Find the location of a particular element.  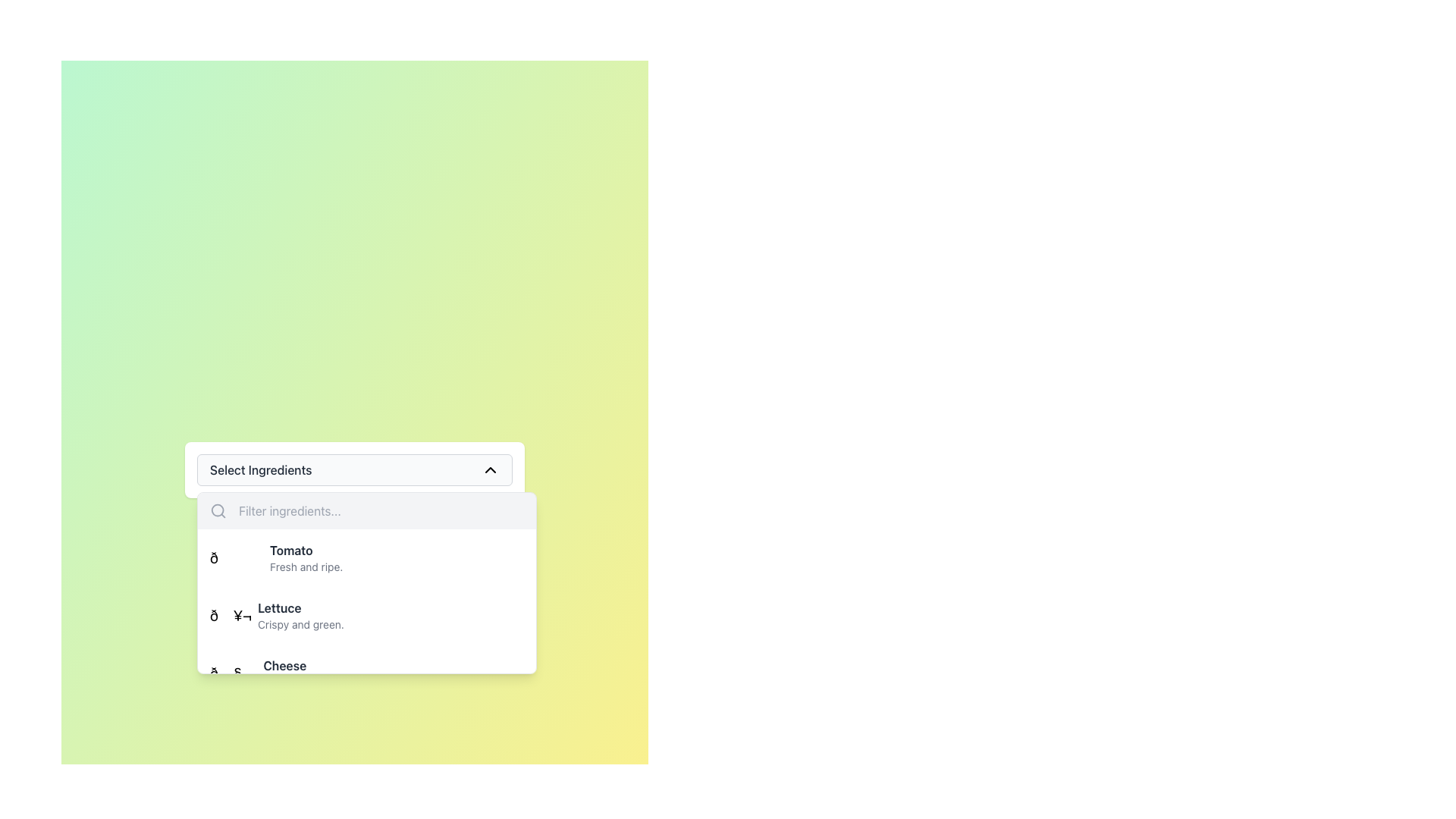

the second list item in the dropdown menu labeled 'Lettuce' is located at coordinates (367, 644).